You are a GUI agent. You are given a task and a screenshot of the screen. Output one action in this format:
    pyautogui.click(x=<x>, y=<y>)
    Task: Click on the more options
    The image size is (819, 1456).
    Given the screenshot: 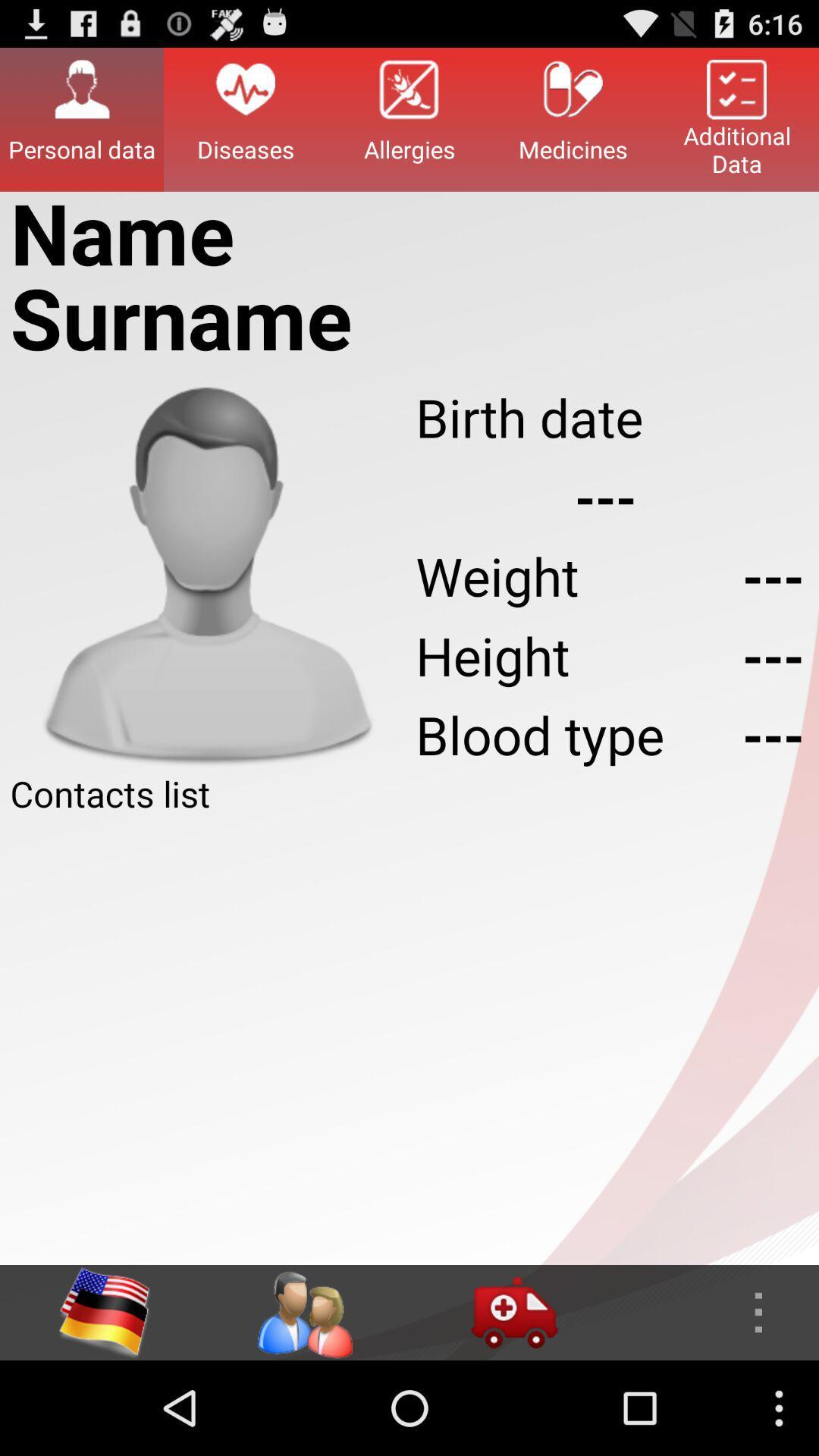 What is the action you would take?
    pyautogui.click(x=714, y=1312)
    